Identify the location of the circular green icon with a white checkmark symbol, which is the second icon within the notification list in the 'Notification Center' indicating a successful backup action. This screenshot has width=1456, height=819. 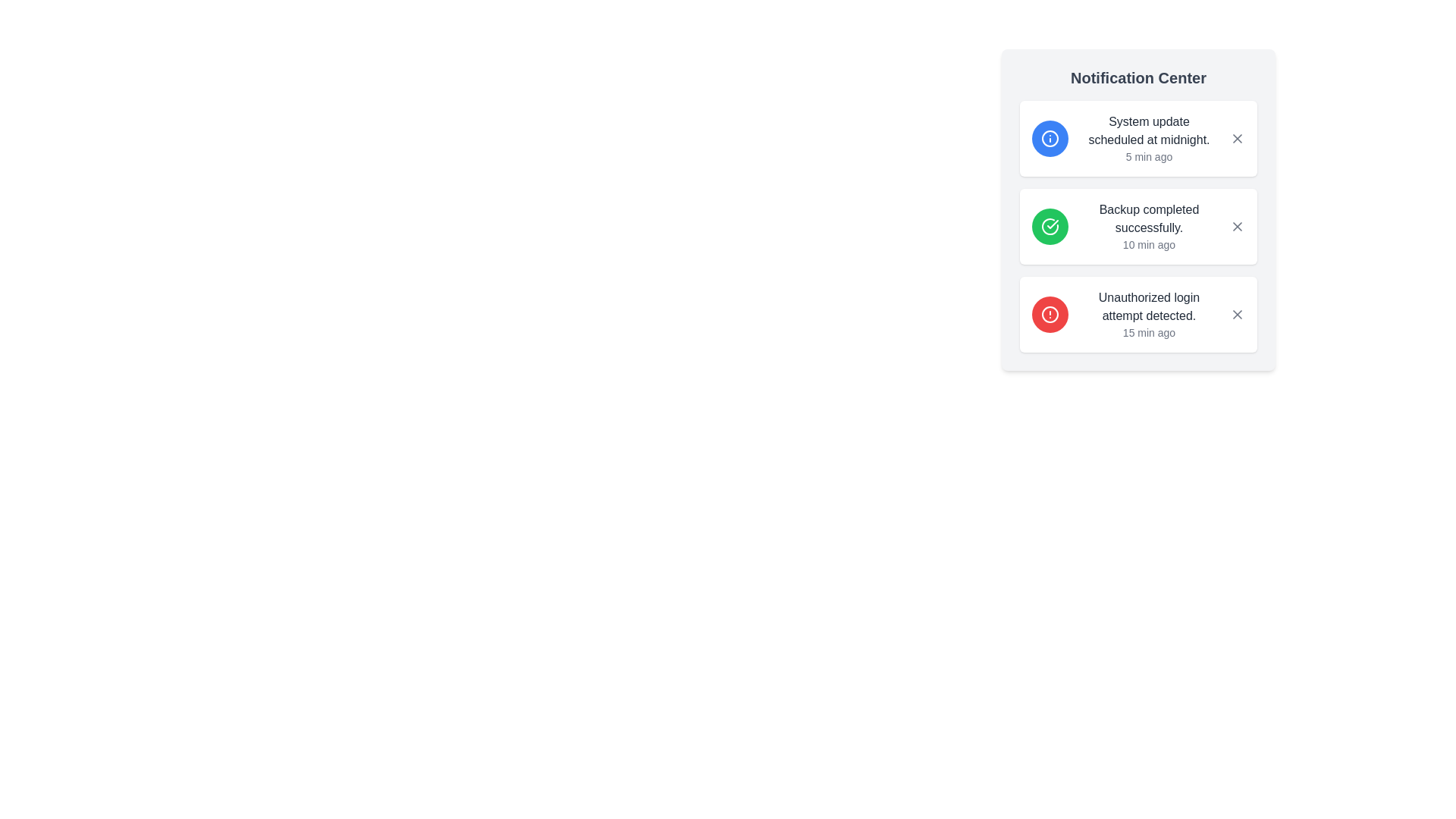
(1050, 227).